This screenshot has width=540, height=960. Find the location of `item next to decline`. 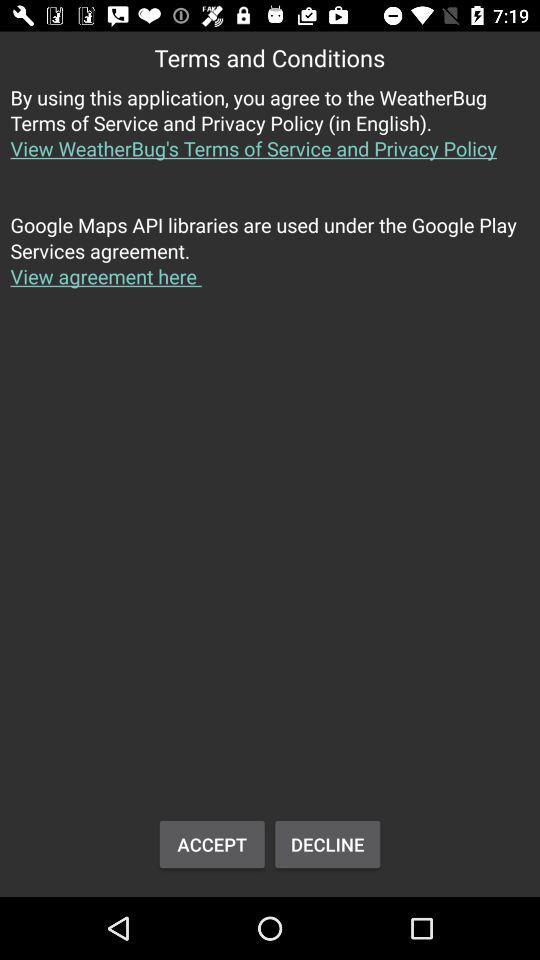

item next to decline is located at coordinates (211, 843).